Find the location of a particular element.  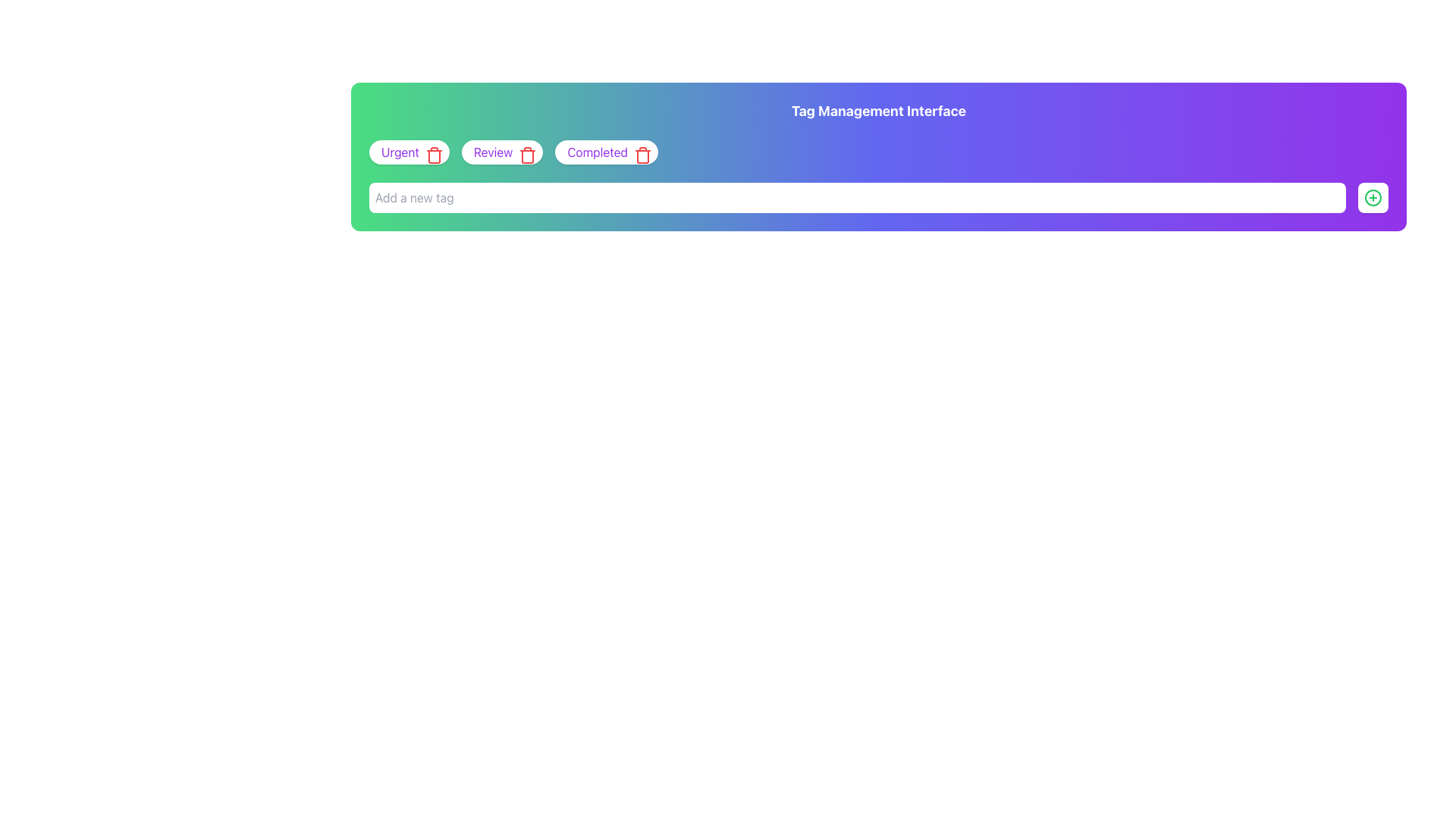

the 'Add New Item' button located in the top-right corner of the purple gradient bar is located at coordinates (1373, 197).